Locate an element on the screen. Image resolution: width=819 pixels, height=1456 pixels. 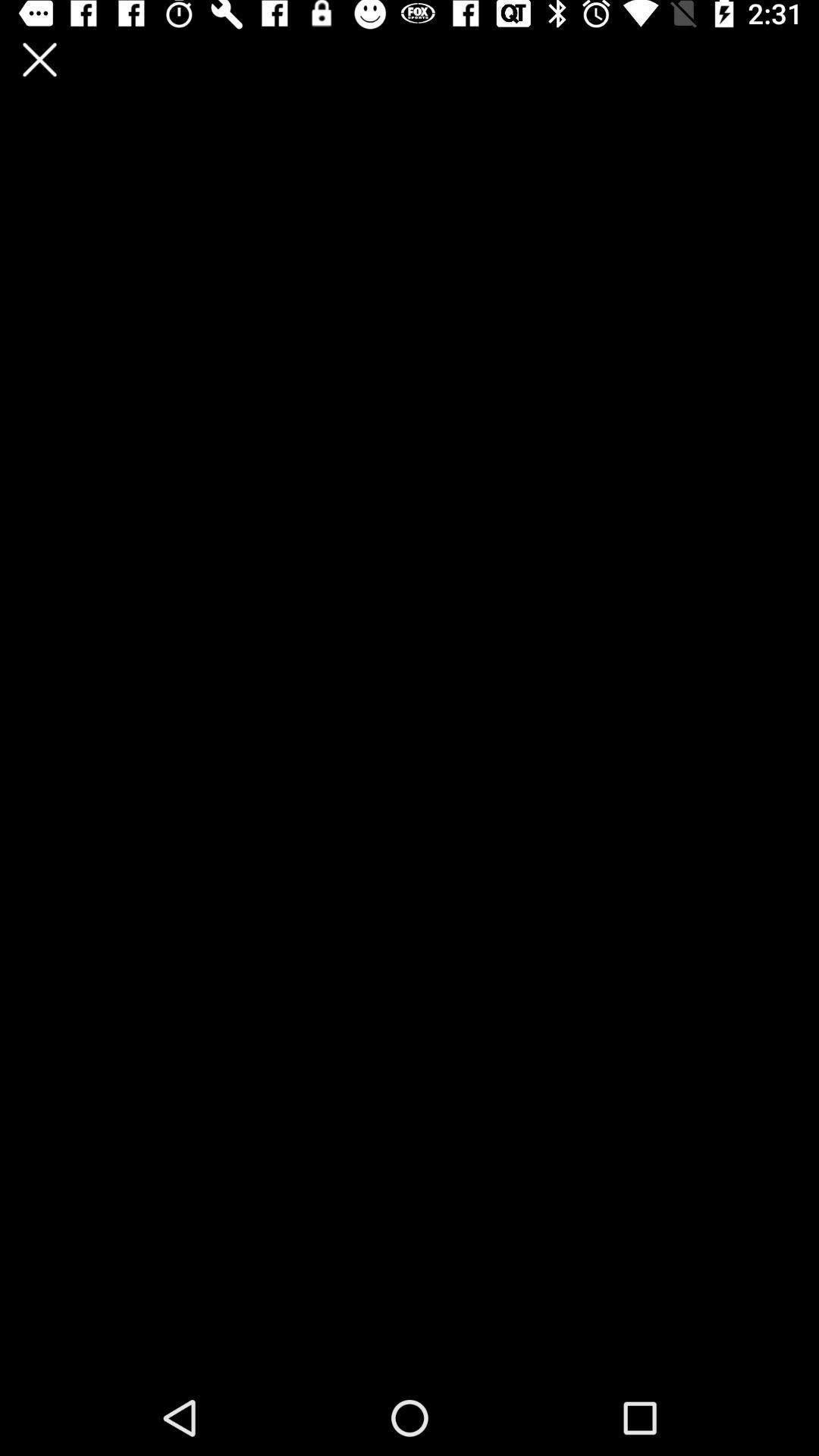
switch on the close is located at coordinates (39, 59).